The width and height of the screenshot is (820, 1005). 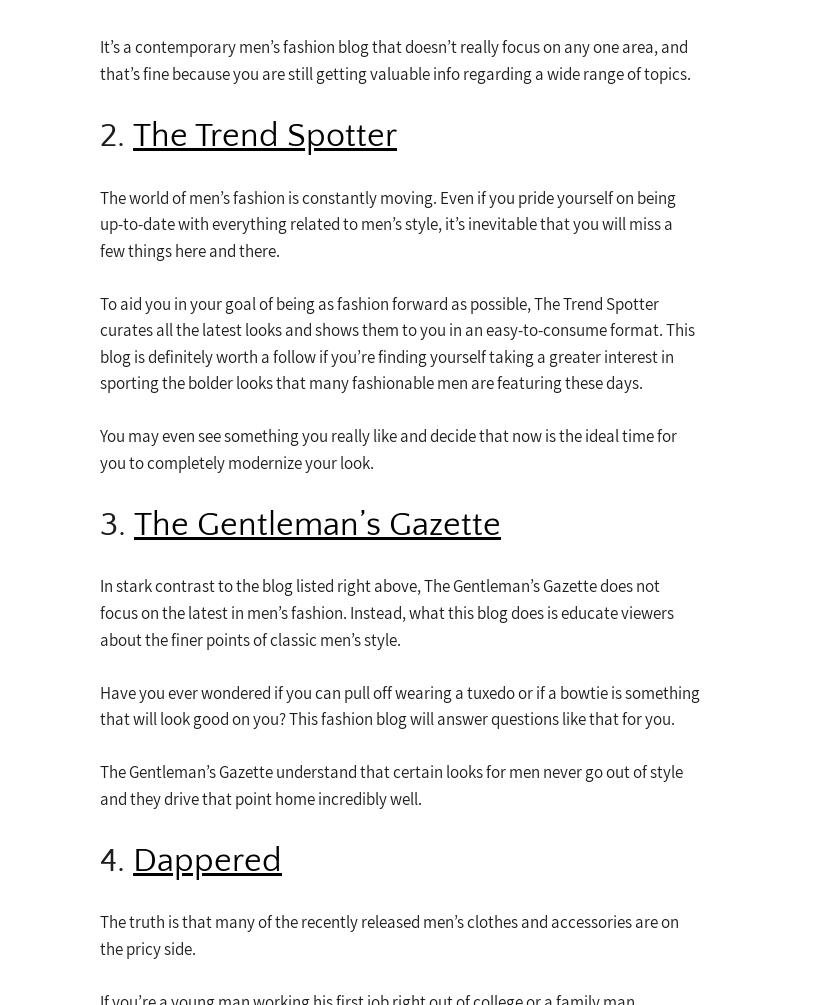 What do you see at coordinates (388, 222) in the screenshot?
I see `'The world of men’s fashion is constantly moving. Even if you pride yourself on being up-to-date with everything related to men’s style, it’s inevitable that you will miss a few things here and there.'` at bounding box center [388, 222].